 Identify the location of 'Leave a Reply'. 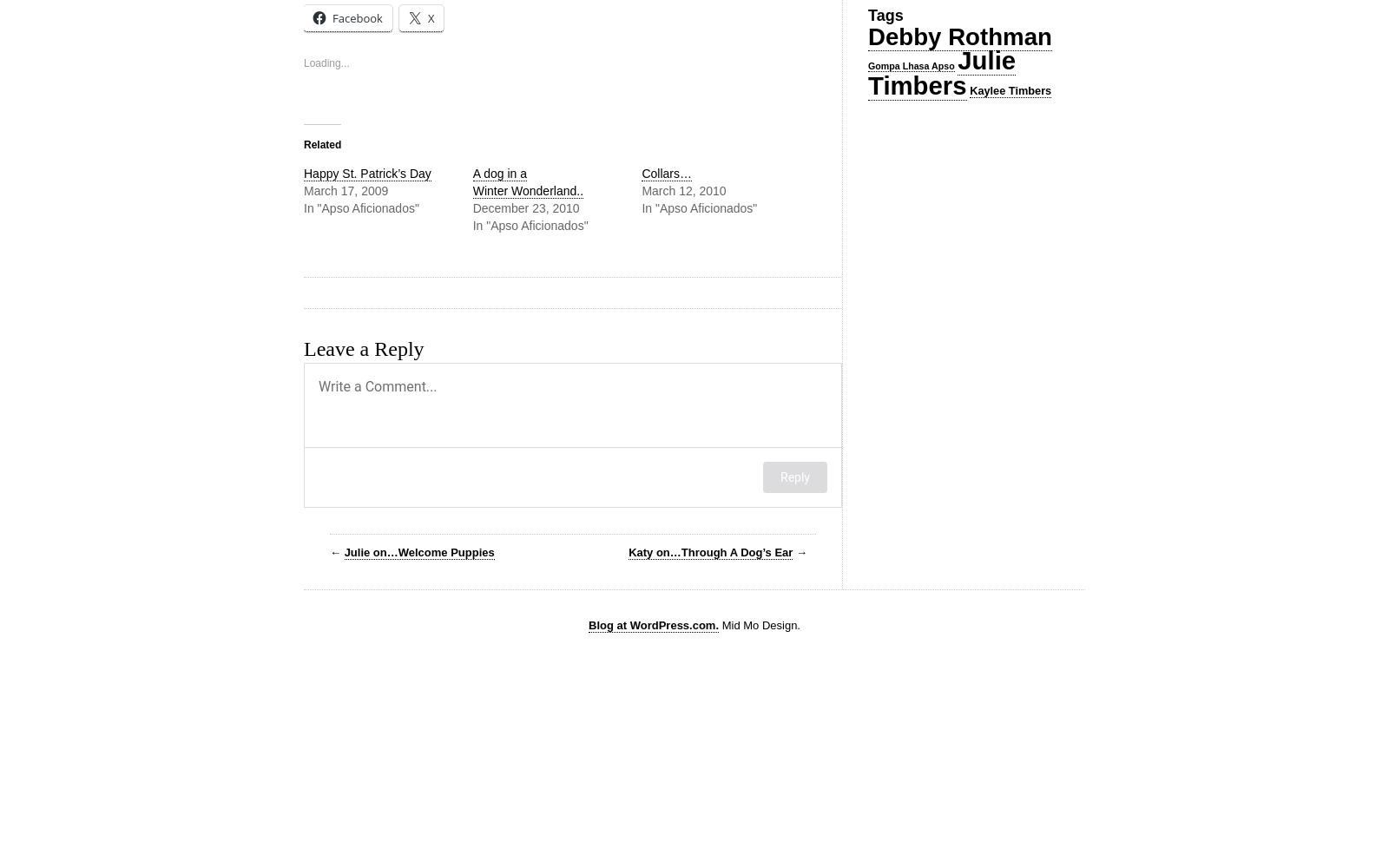
(363, 349).